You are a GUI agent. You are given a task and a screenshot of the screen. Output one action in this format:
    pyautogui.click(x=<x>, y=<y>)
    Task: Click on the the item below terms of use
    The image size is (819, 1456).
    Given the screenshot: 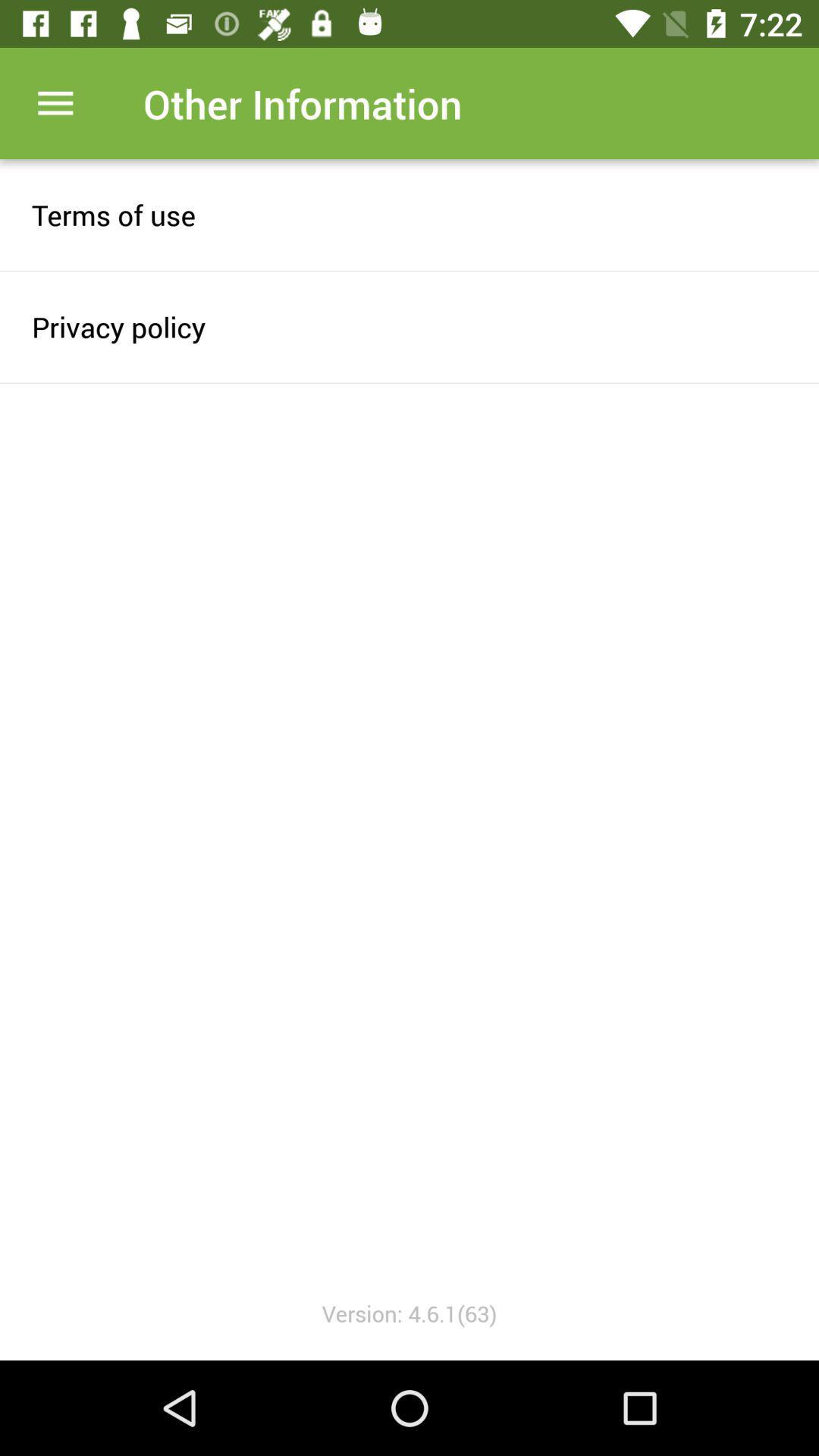 What is the action you would take?
    pyautogui.click(x=409, y=326)
    